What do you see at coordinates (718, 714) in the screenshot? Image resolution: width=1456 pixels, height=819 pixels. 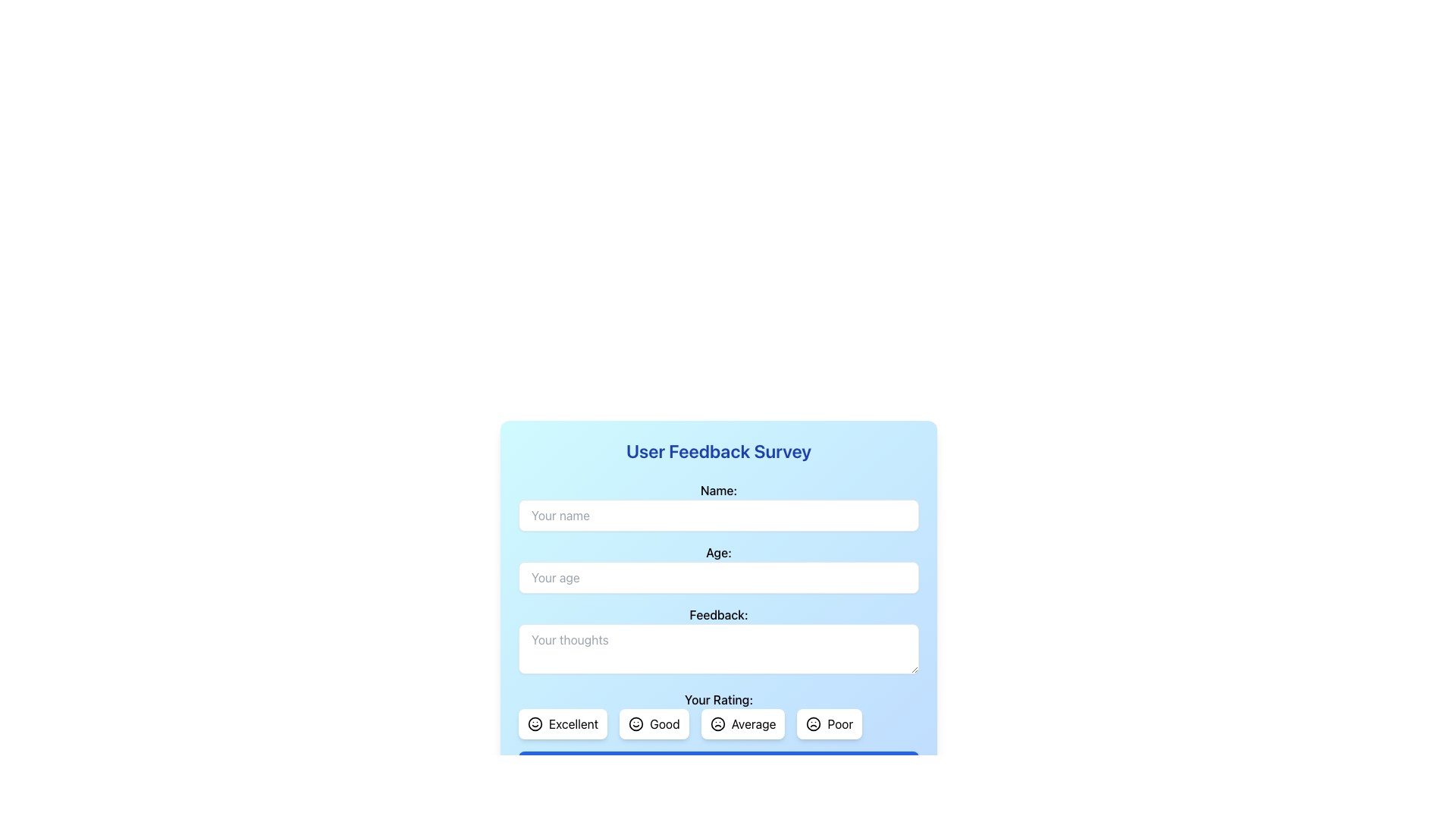 I see `the third button labeled 'Average' under the 'Your Rating:' label in the 'User Feedback Survey' form` at bounding box center [718, 714].